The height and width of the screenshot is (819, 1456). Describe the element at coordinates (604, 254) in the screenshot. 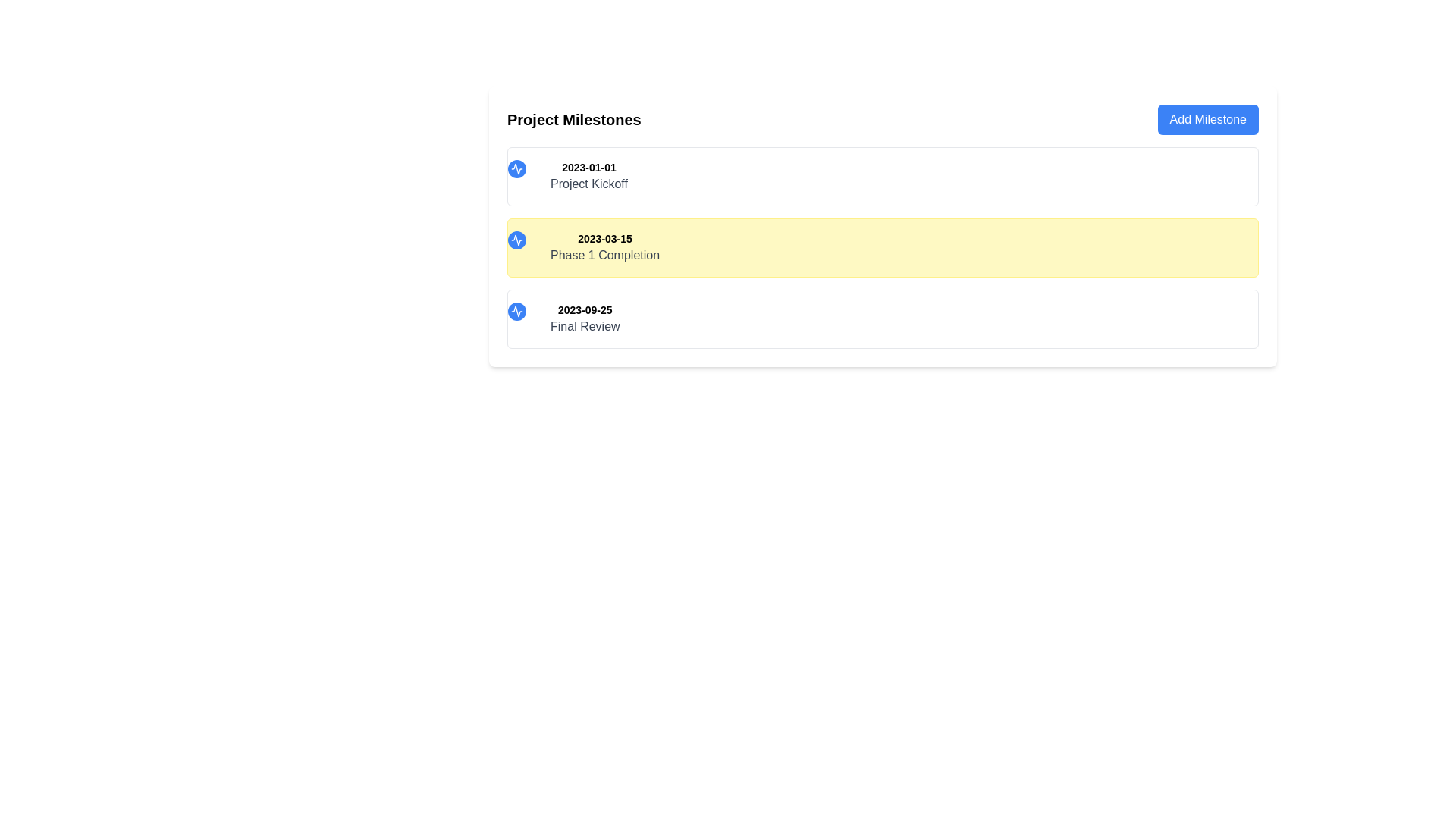

I see `the text label displaying 'Phase 1 Completion', which is styled with a gray font color and located within a highlighted yellow background box, positioned below the date label '2023-03-15' in the 'Project Milestones' section` at that location.